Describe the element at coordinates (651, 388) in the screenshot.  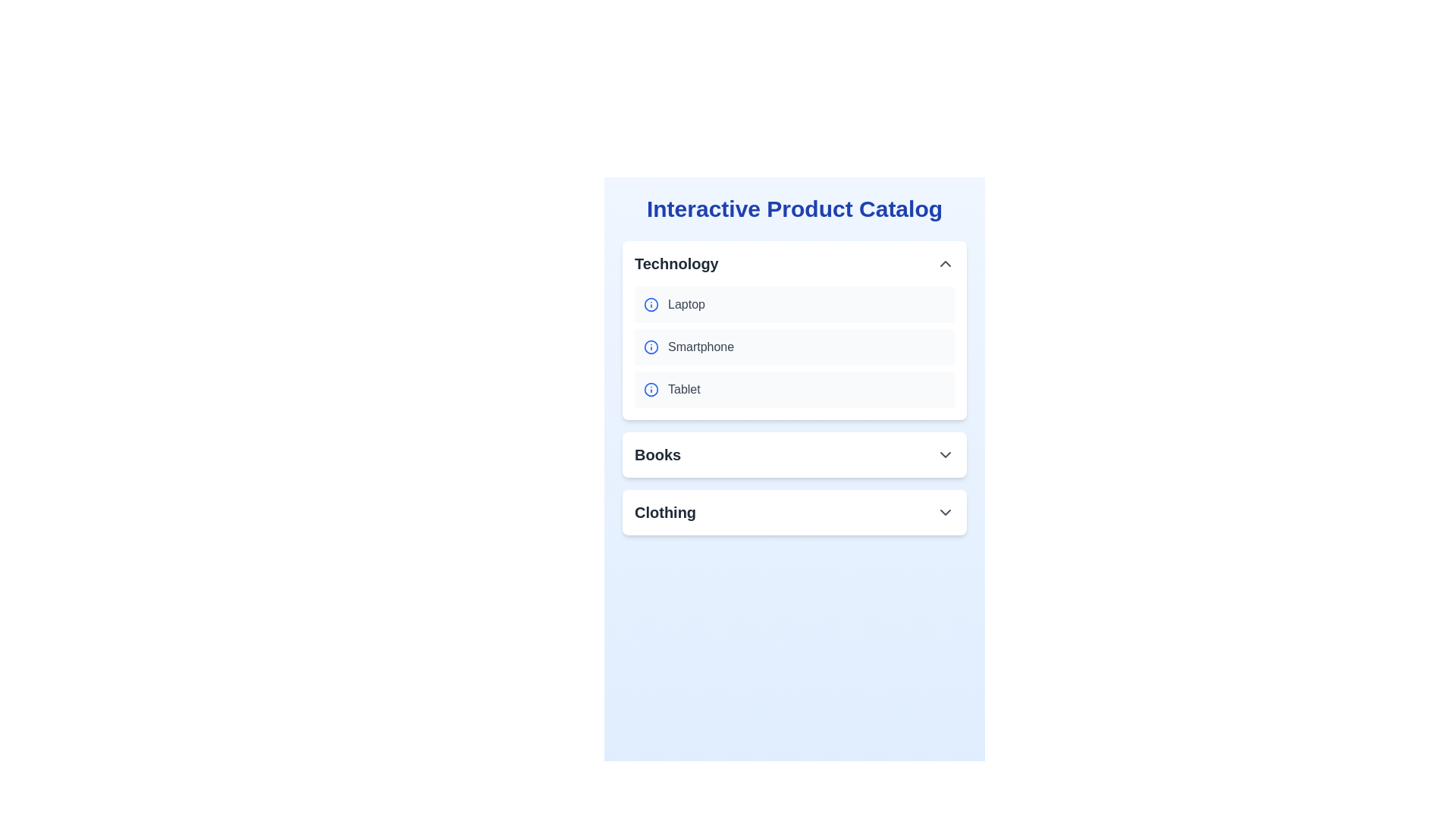
I see `the icon that visually emphasizes the 'Tablet' text label, located in the 'Technology' section` at that location.